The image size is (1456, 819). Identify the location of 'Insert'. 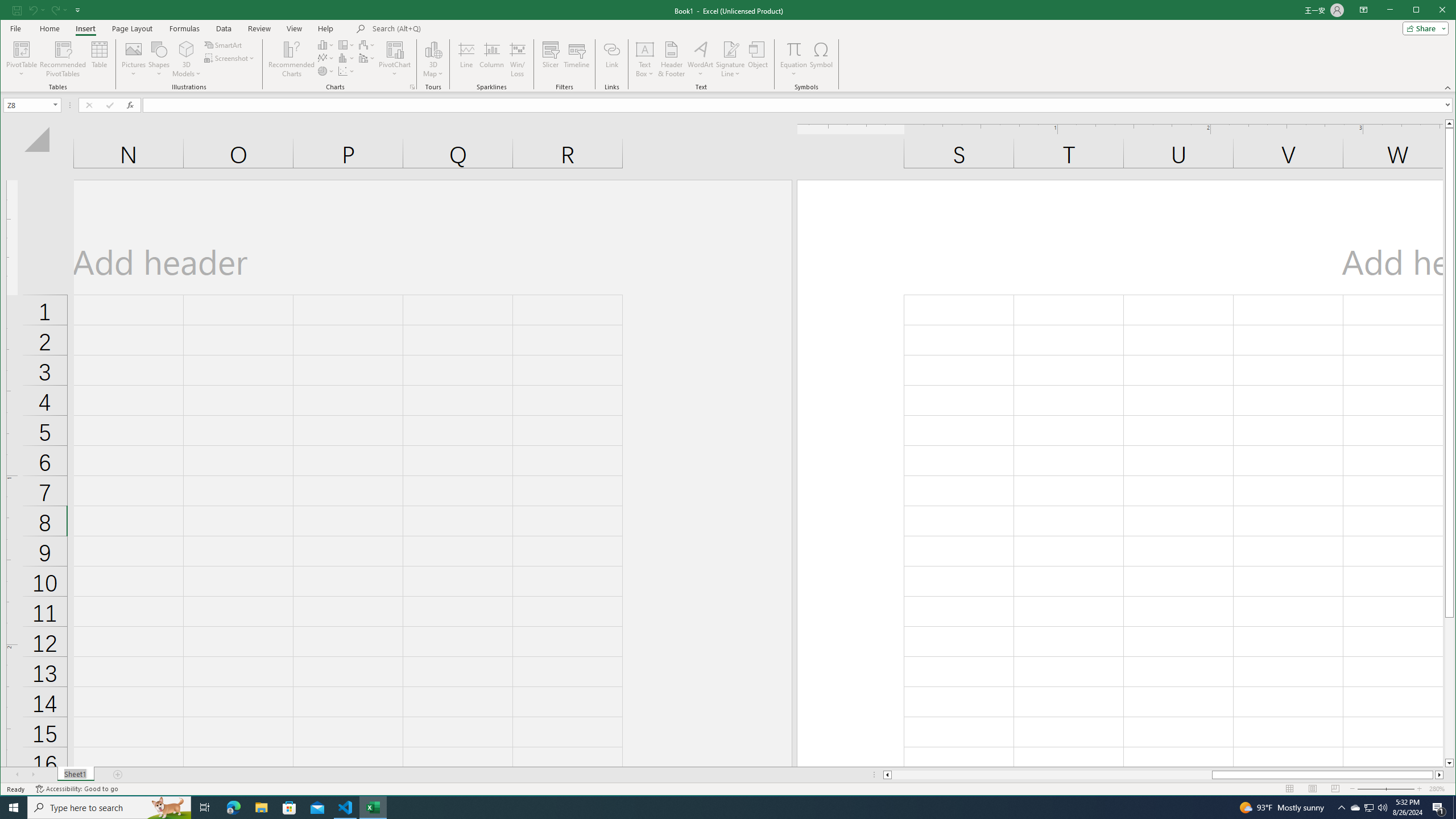
(85, 28).